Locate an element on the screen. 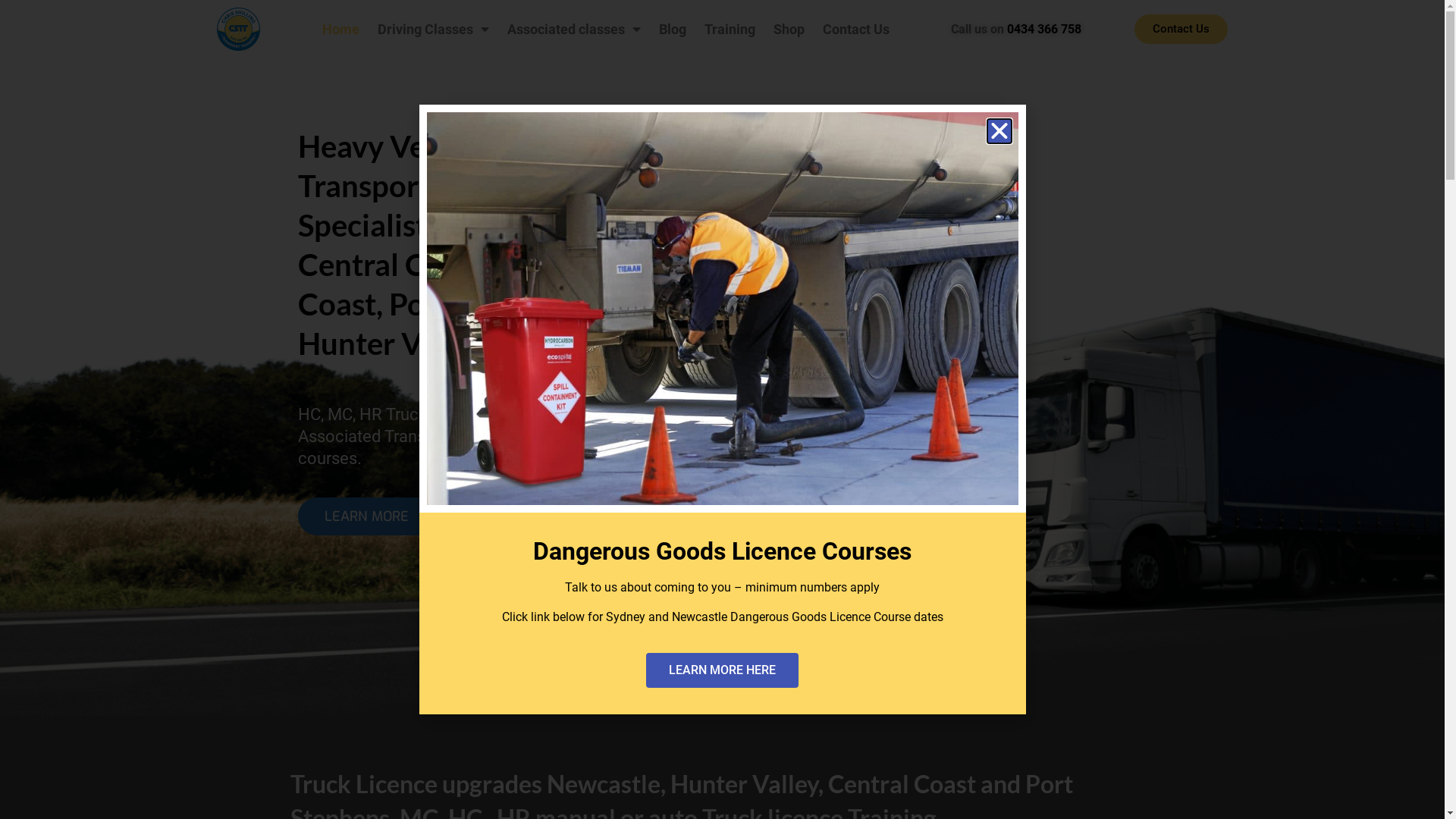  'LEARN MORE' is located at coordinates (366, 516).